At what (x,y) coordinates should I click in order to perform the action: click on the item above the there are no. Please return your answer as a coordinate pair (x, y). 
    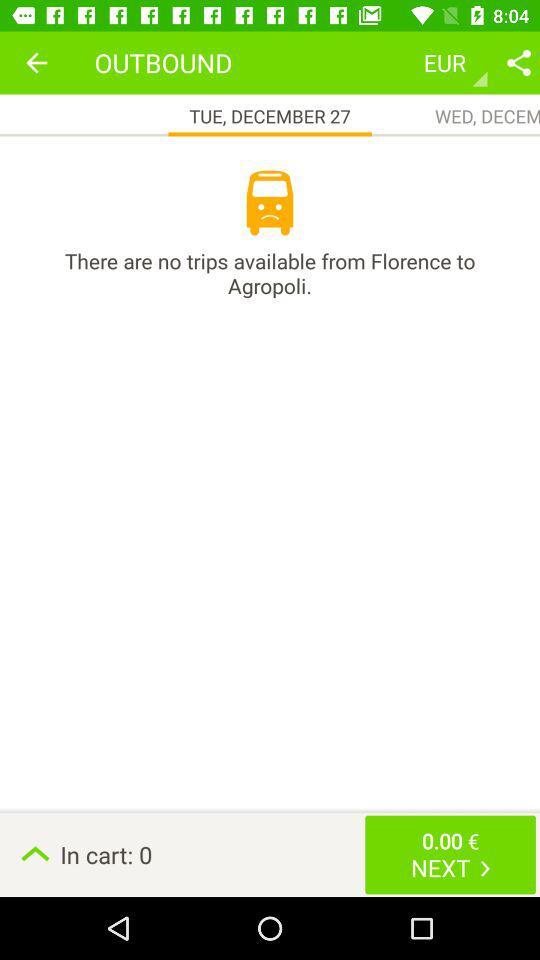
    Looking at the image, I should click on (270, 203).